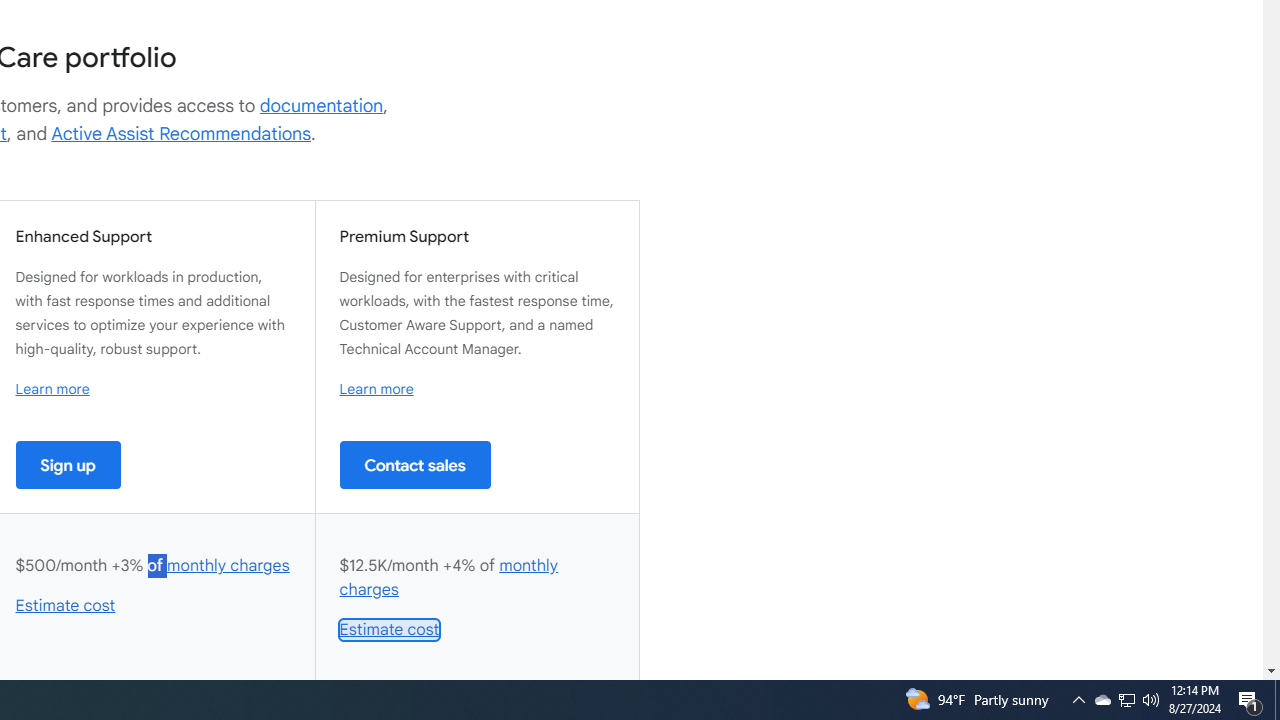 The width and height of the screenshot is (1280, 720). What do you see at coordinates (181, 133) in the screenshot?
I see `'Active Assist Recommendations'` at bounding box center [181, 133].